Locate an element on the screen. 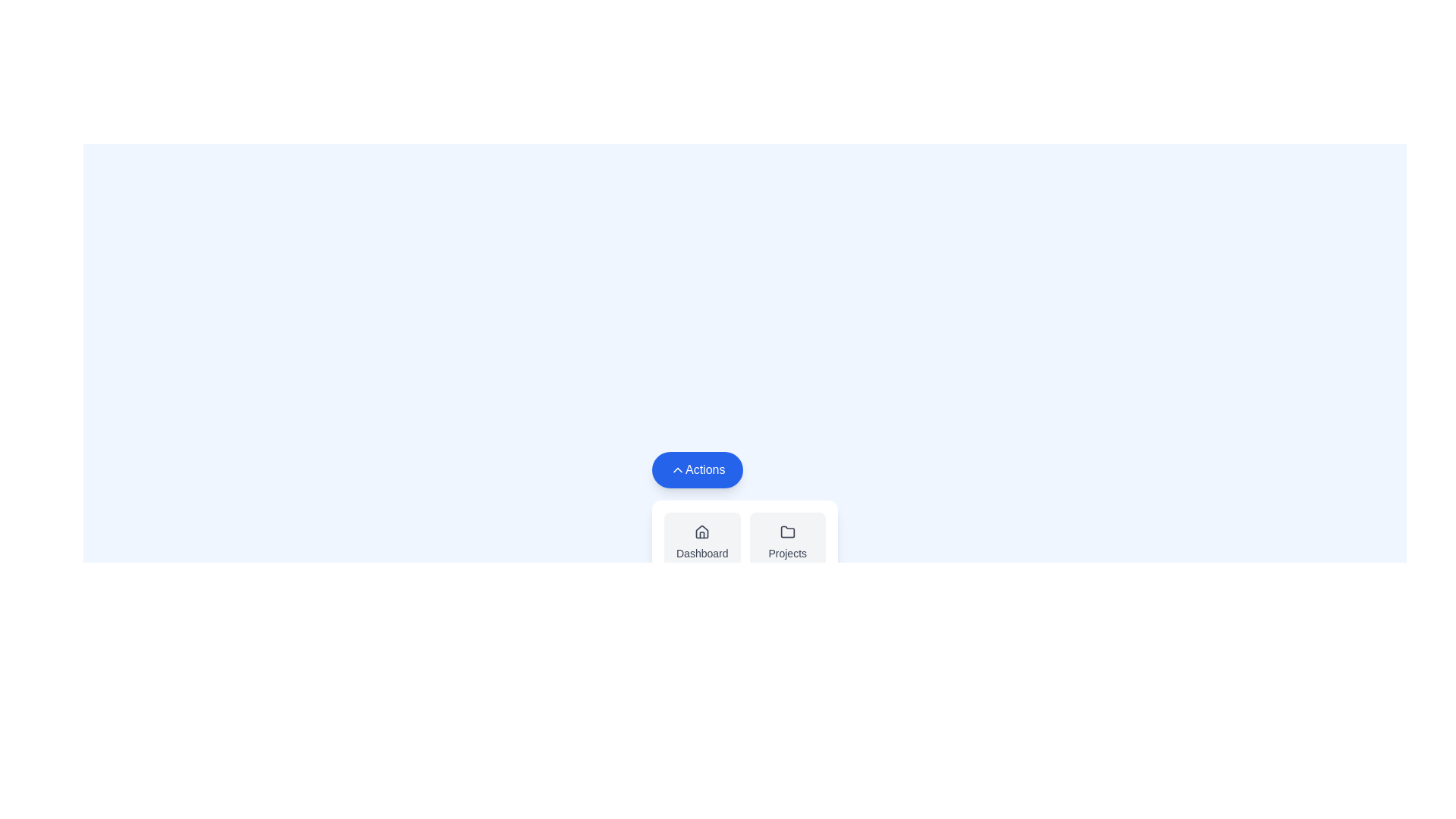  the Dashboard from the menu is located at coordinates (701, 542).